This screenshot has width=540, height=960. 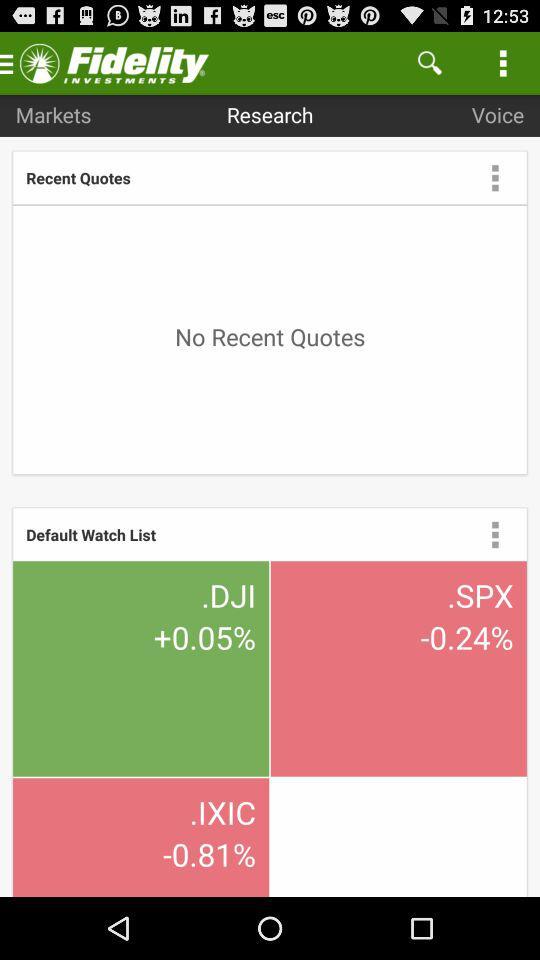 What do you see at coordinates (494, 533) in the screenshot?
I see `options` at bounding box center [494, 533].